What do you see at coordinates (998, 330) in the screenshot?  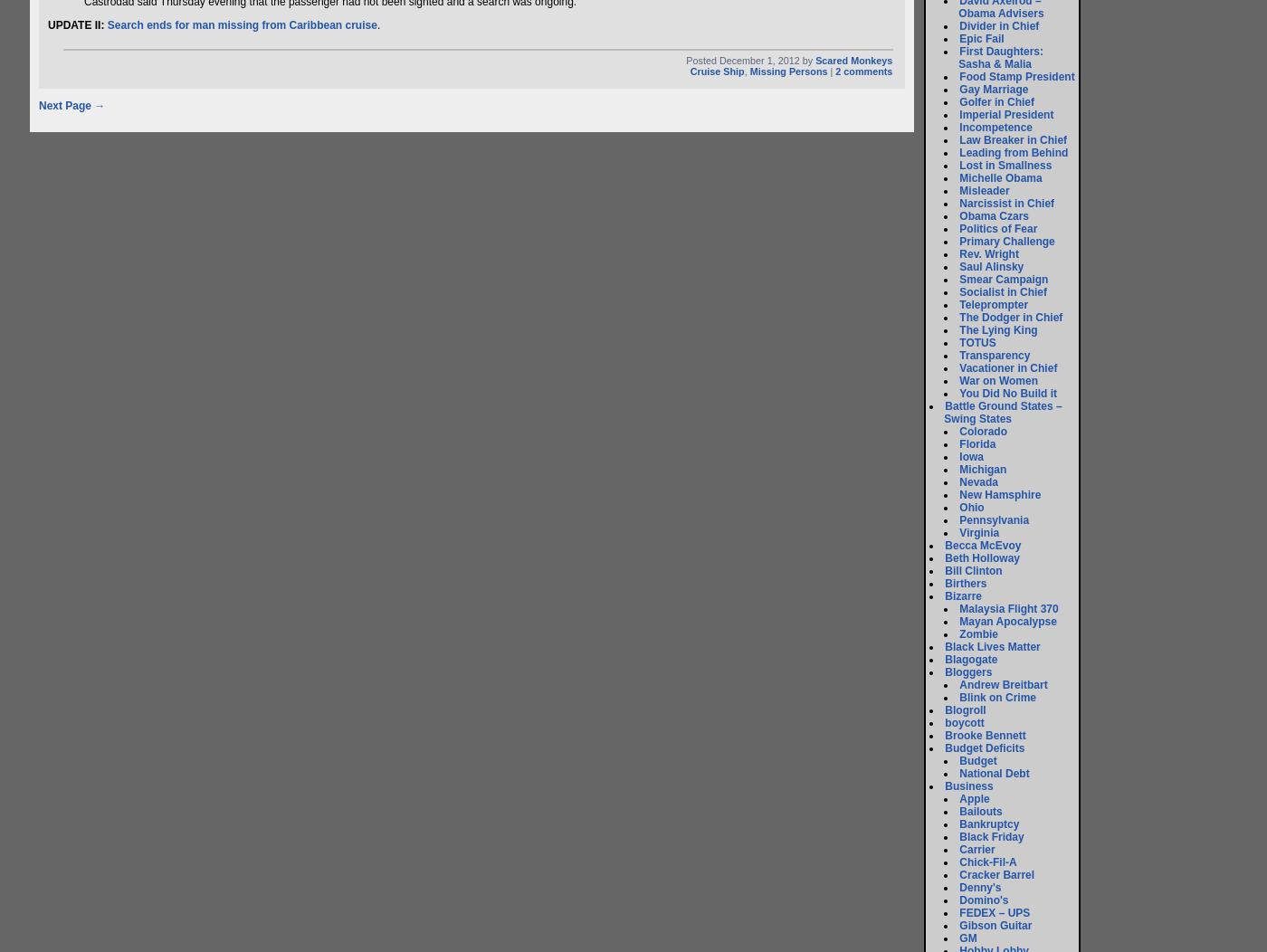 I see `'The Lying King'` at bounding box center [998, 330].